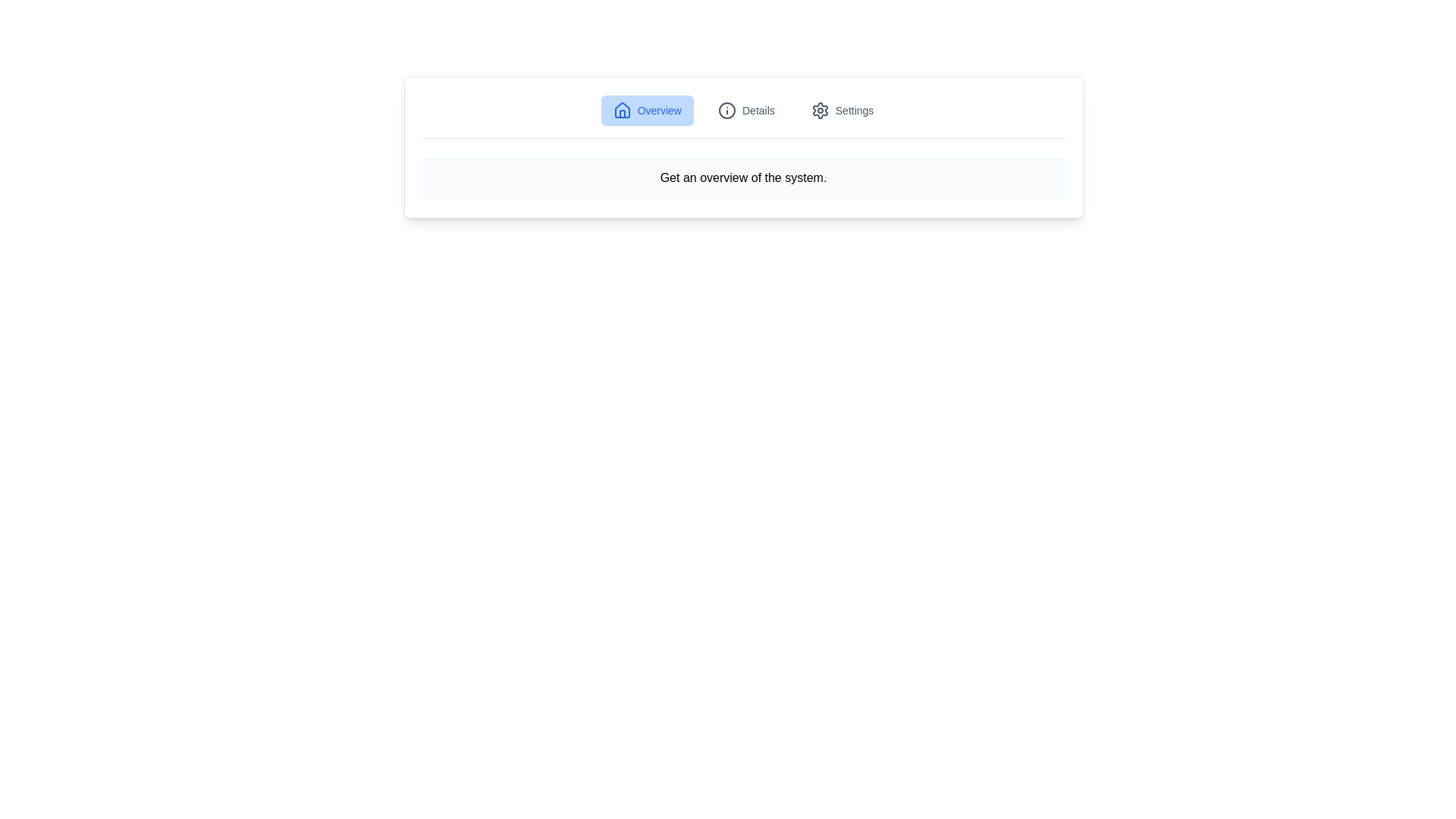 This screenshot has width=1456, height=819. I want to click on the 'Home' icon located on the left side of the navigation menu, so click(622, 109).